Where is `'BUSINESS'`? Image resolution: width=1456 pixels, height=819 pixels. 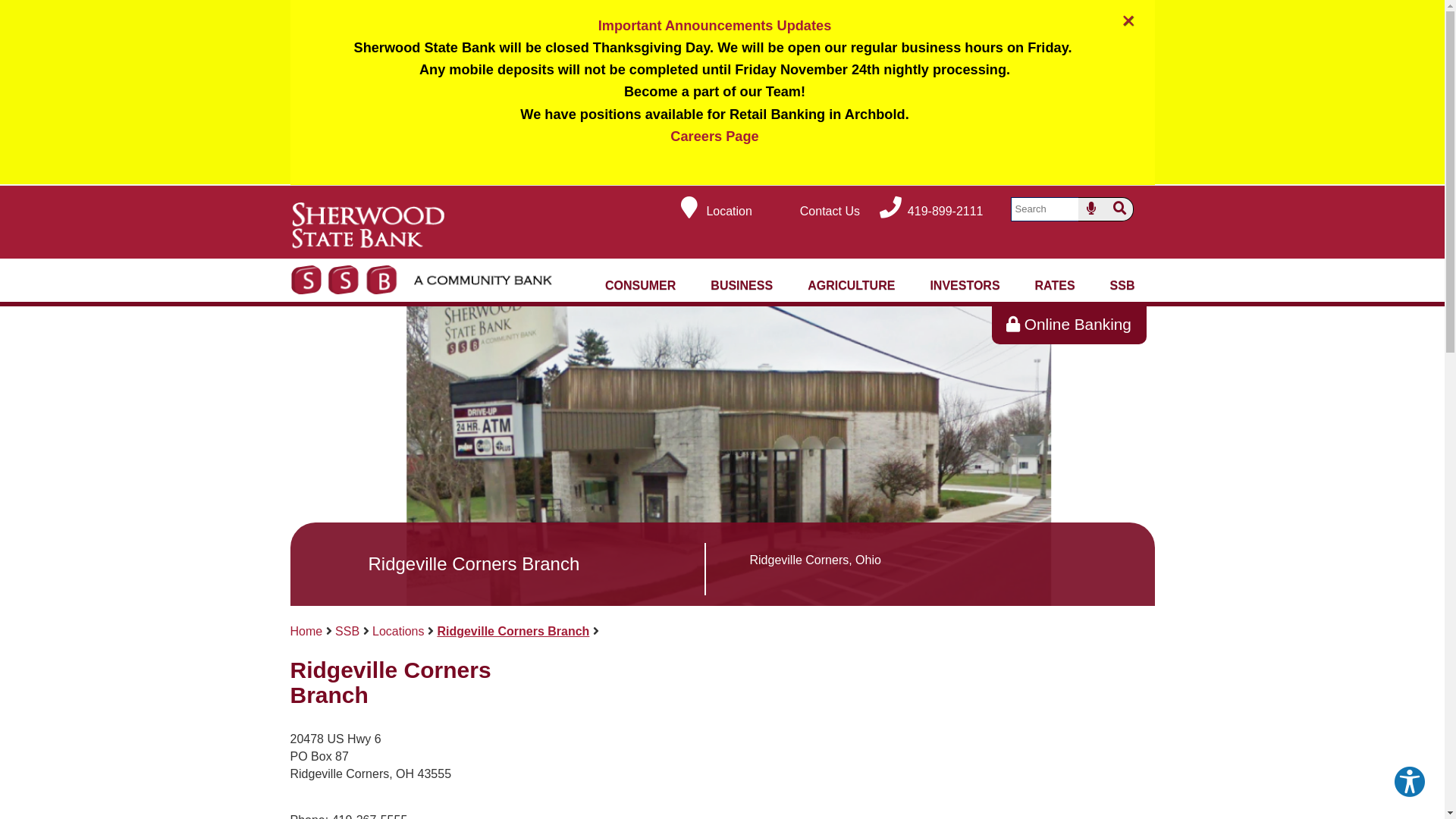
'BUSINESS' is located at coordinates (742, 286).